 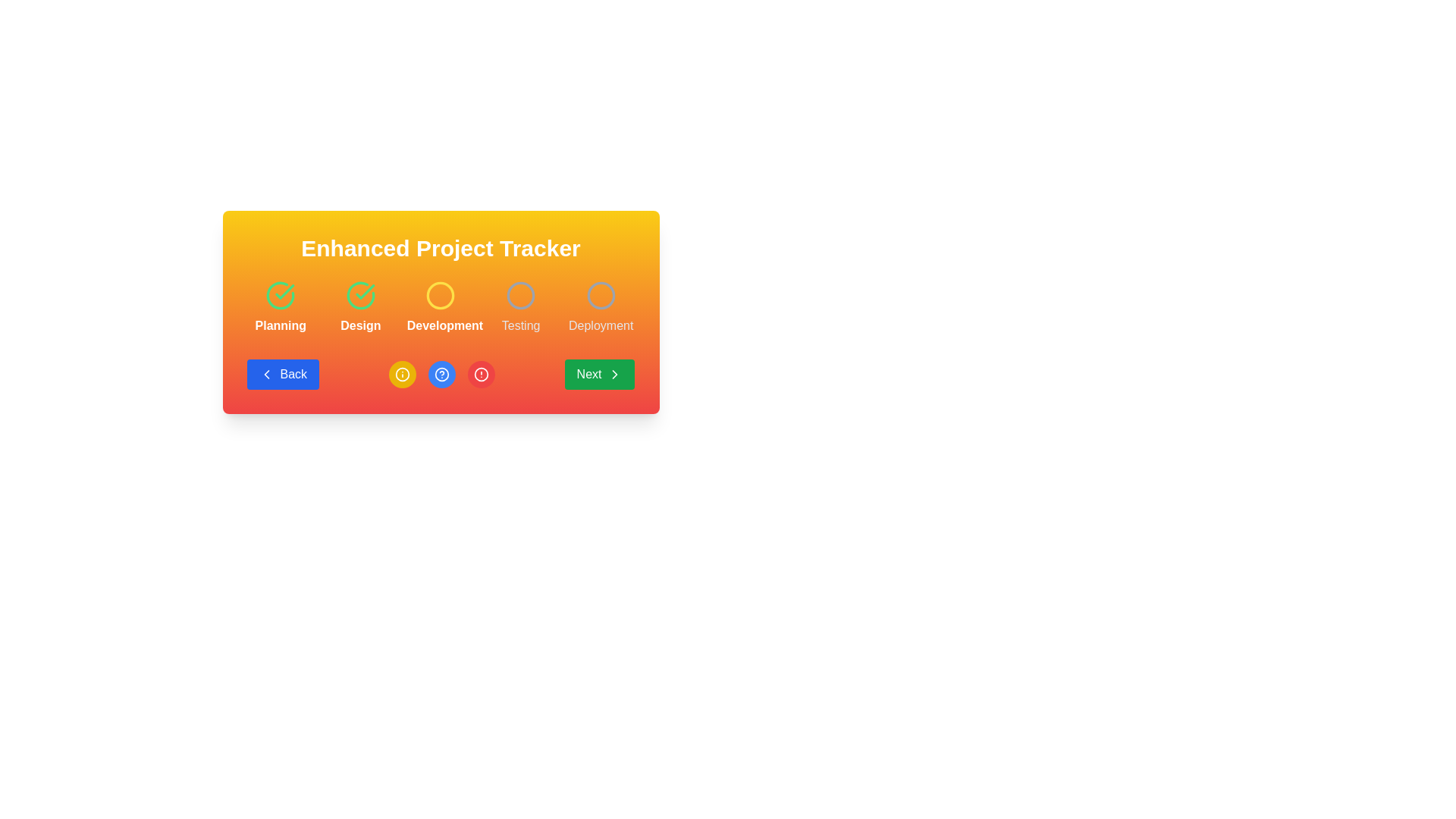 What do you see at coordinates (600, 325) in the screenshot?
I see `the 'Deployment' stage label in the Enhanced Project Tracker interface, which is the fifth and rightmost text label positioned below a circular icon` at bounding box center [600, 325].